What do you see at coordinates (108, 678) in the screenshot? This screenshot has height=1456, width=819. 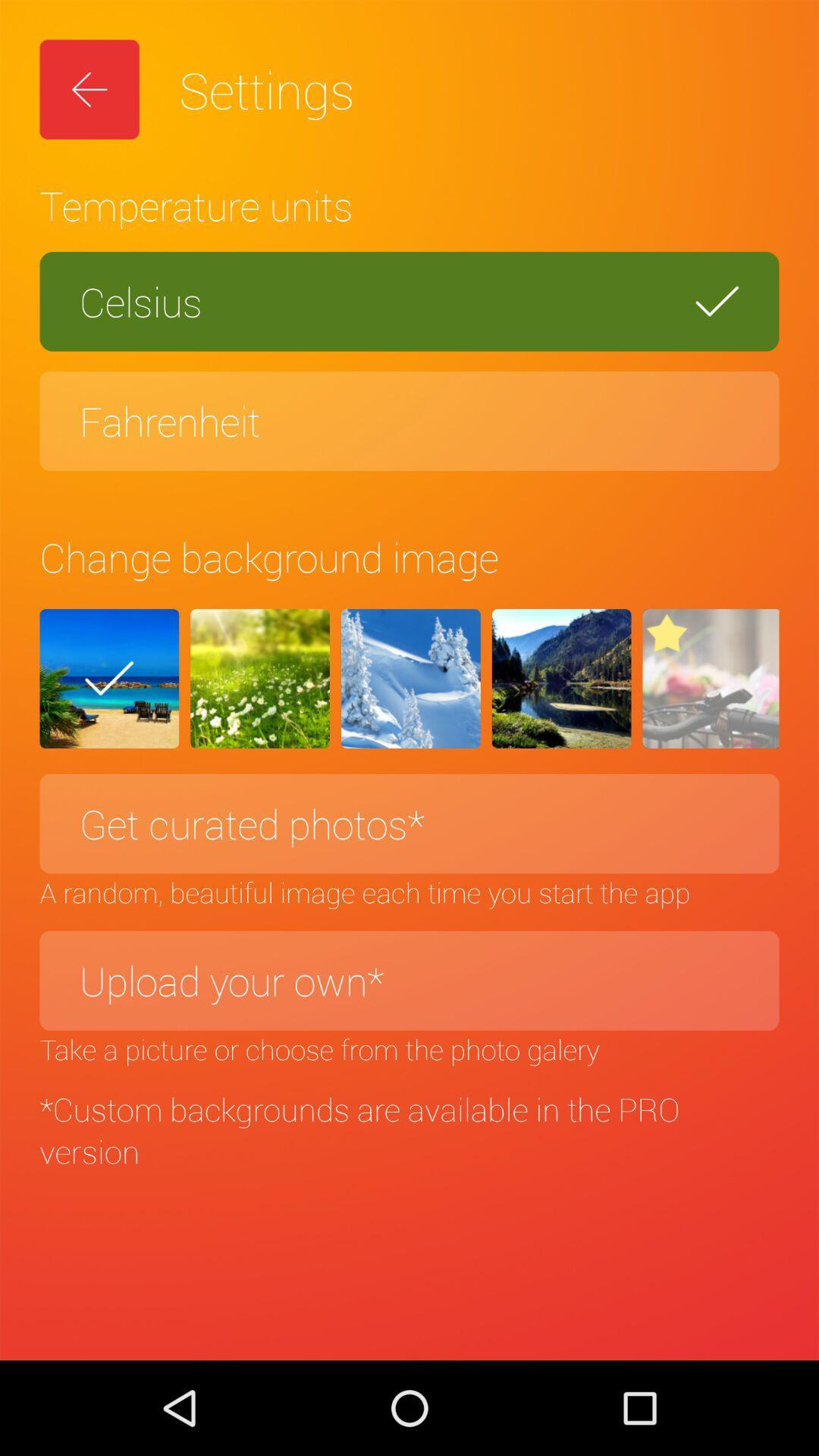 I see `the check icon` at bounding box center [108, 678].